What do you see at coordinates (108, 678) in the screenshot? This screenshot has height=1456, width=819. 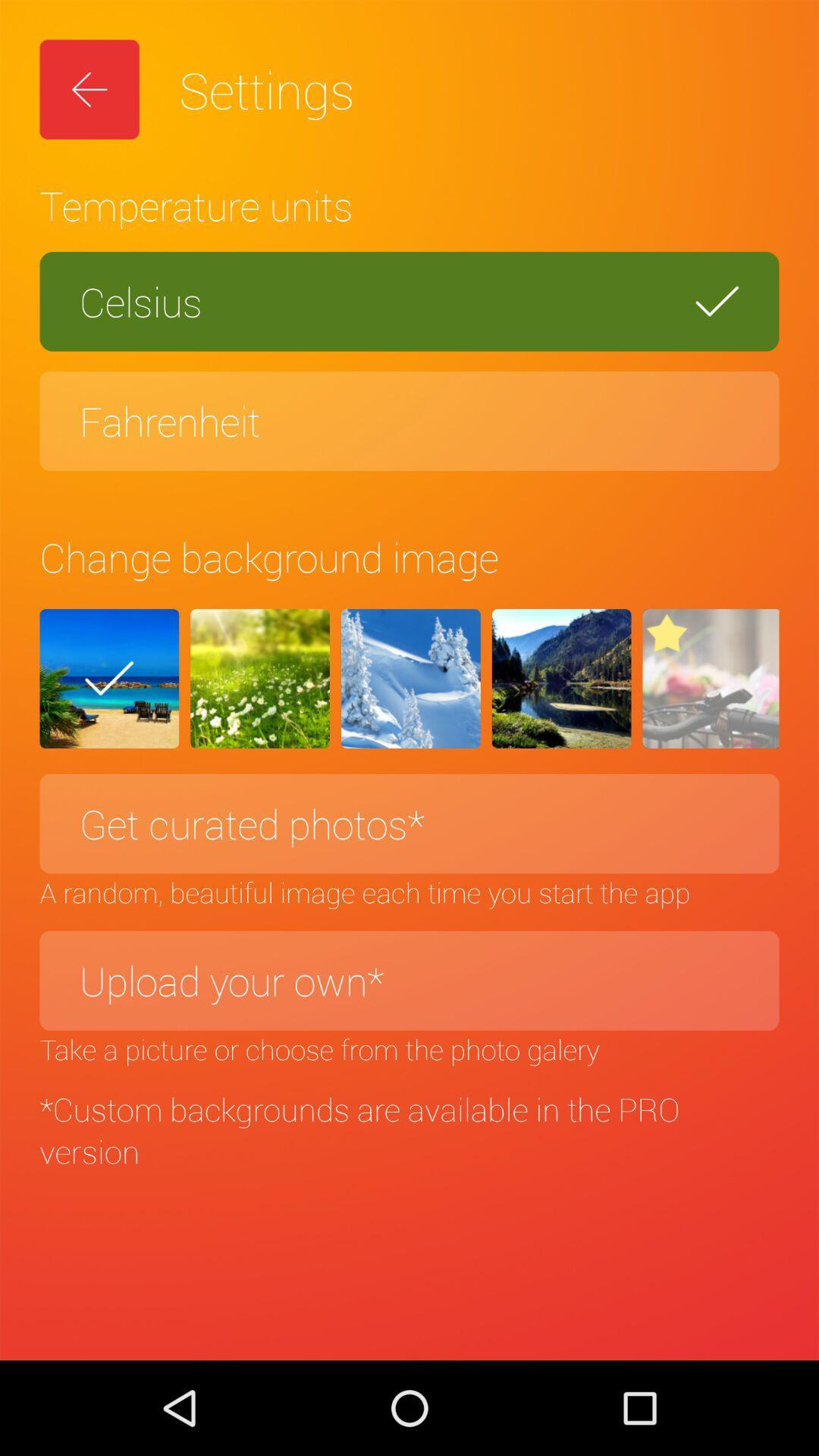 I see `the check icon` at bounding box center [108, 678].